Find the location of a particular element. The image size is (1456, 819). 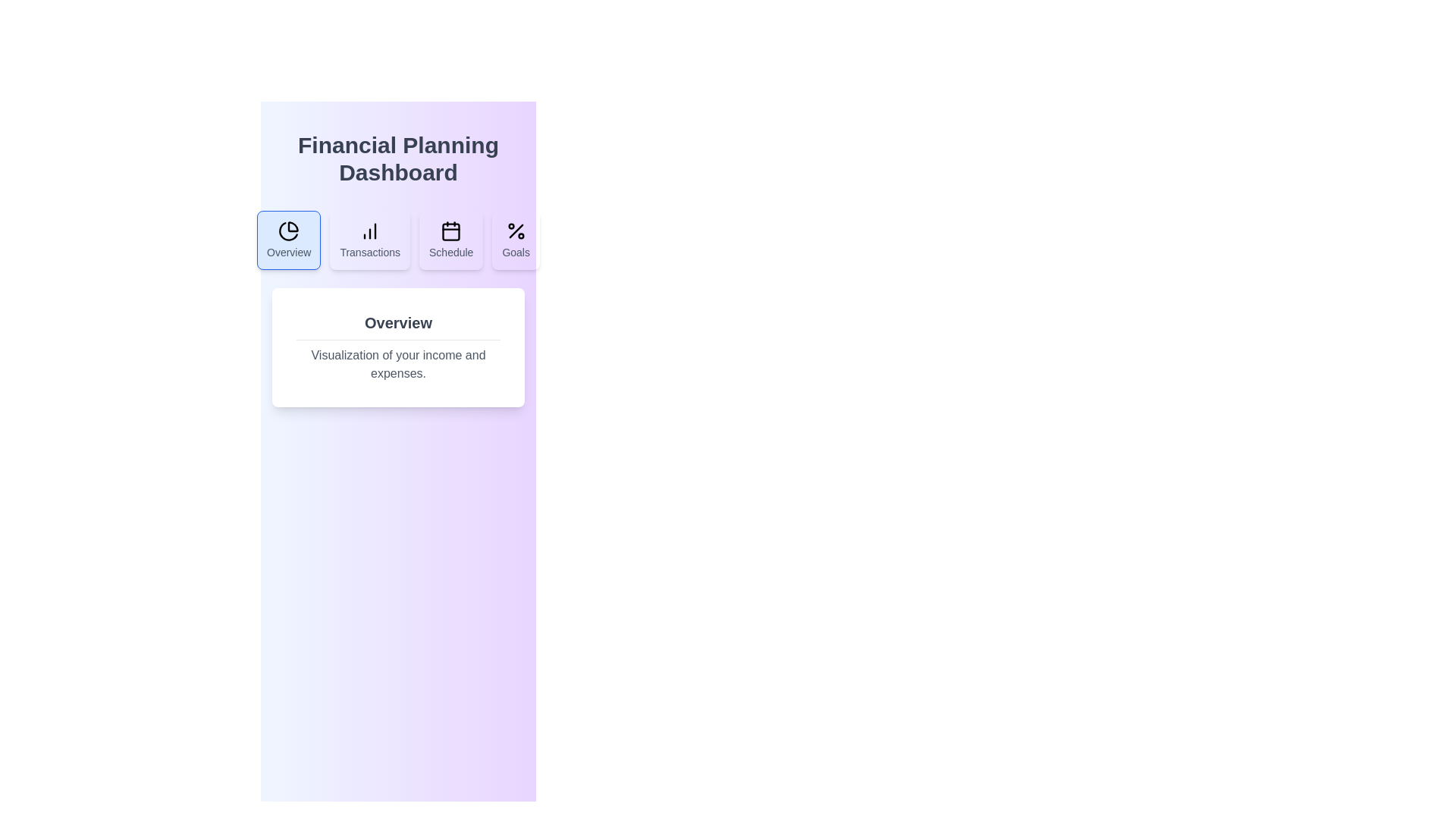

the decorative diagonal line within the percent icon located in the top navigation bar of the Financial Planning Dashboard, adjacent to the 'Goals' label is located at coordinates (516, 231).